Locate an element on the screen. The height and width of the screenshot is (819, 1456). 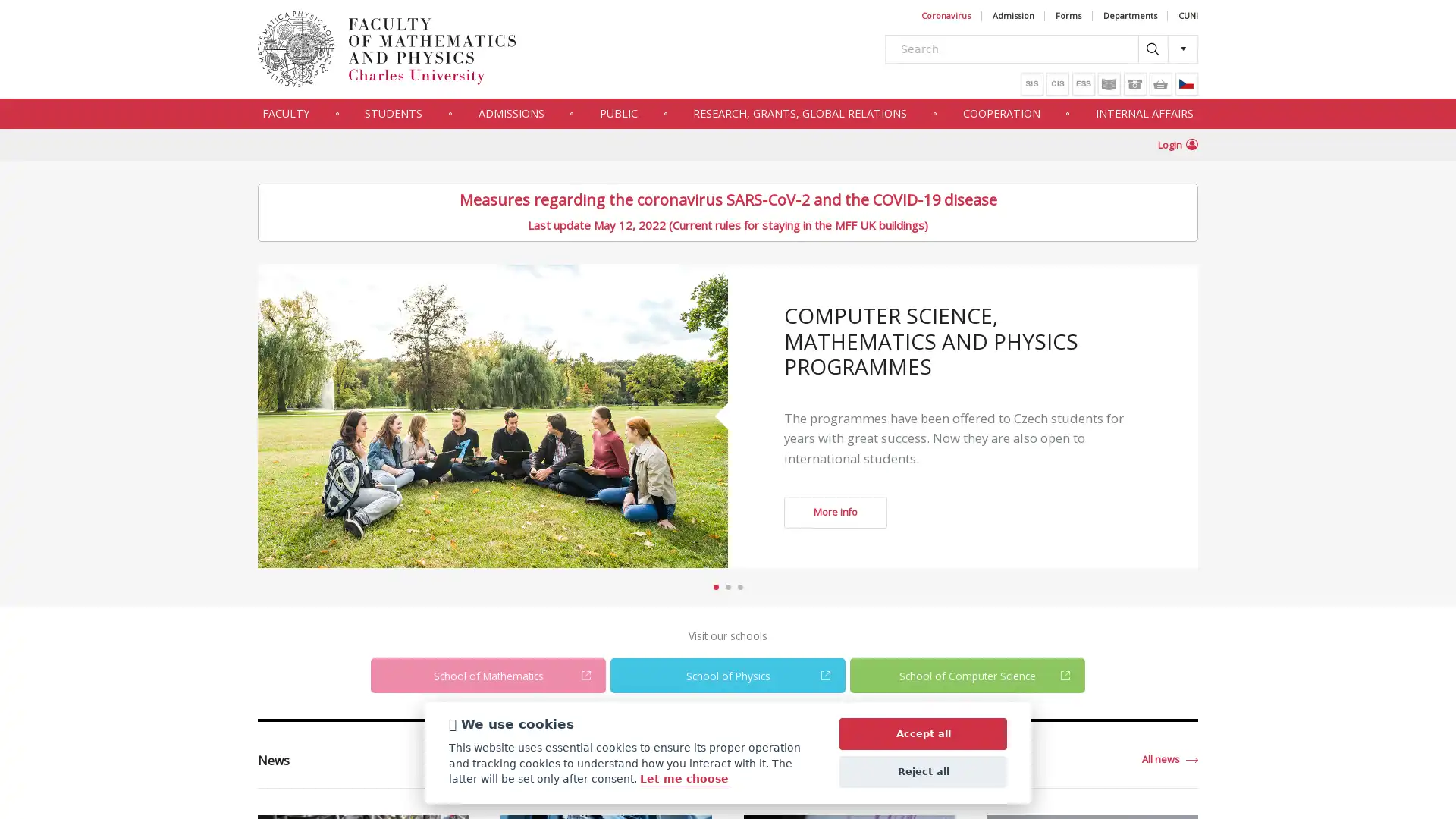
Accept all is located at coordinates (922, 733).